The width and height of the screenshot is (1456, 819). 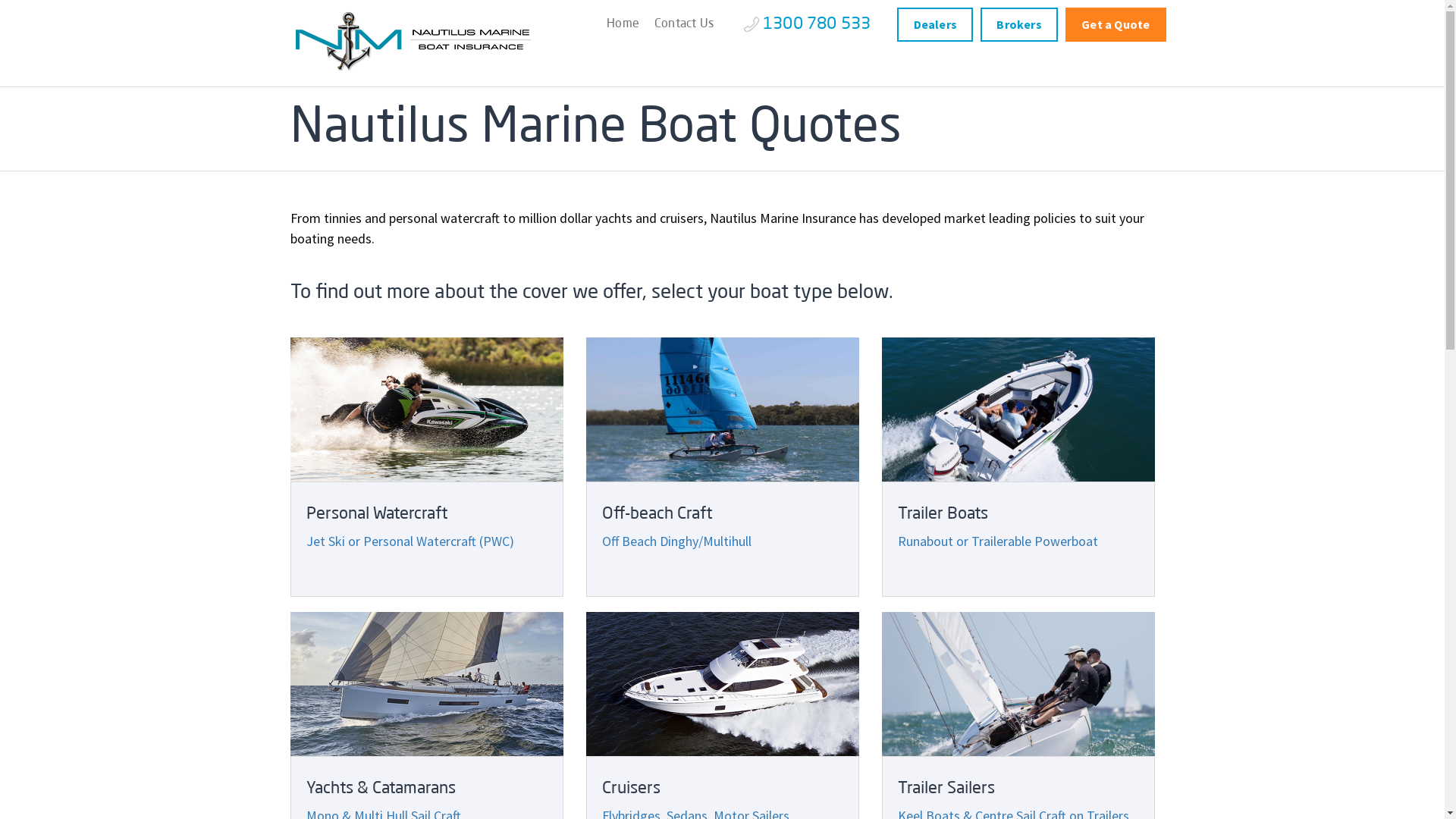 What do you see at coordinates (425, 466) in the screenshot?
I see `'Personal Watercraft` at bounding box center [425, 466].